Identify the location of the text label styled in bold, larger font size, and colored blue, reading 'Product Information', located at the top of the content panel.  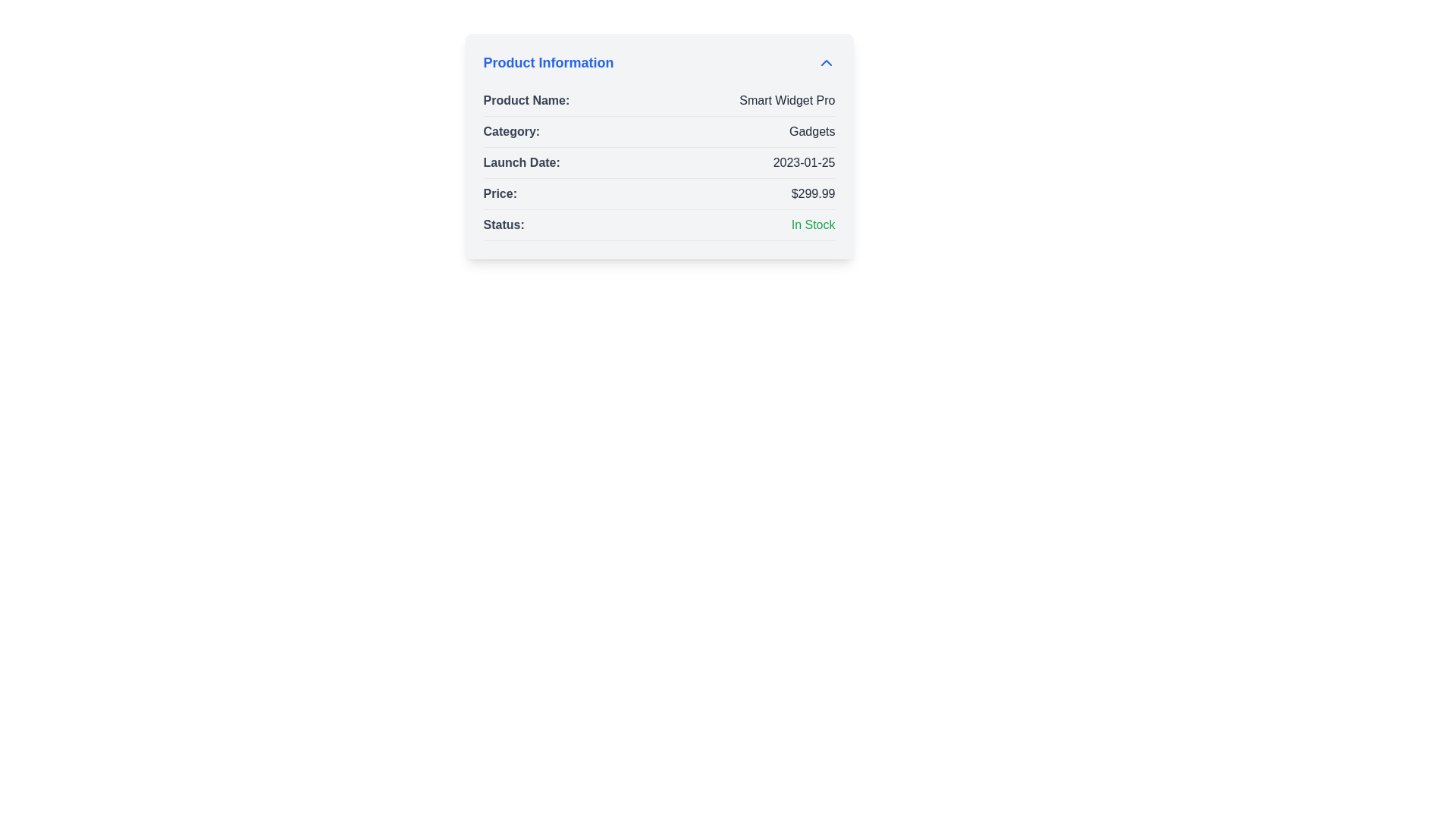
(548, 62).